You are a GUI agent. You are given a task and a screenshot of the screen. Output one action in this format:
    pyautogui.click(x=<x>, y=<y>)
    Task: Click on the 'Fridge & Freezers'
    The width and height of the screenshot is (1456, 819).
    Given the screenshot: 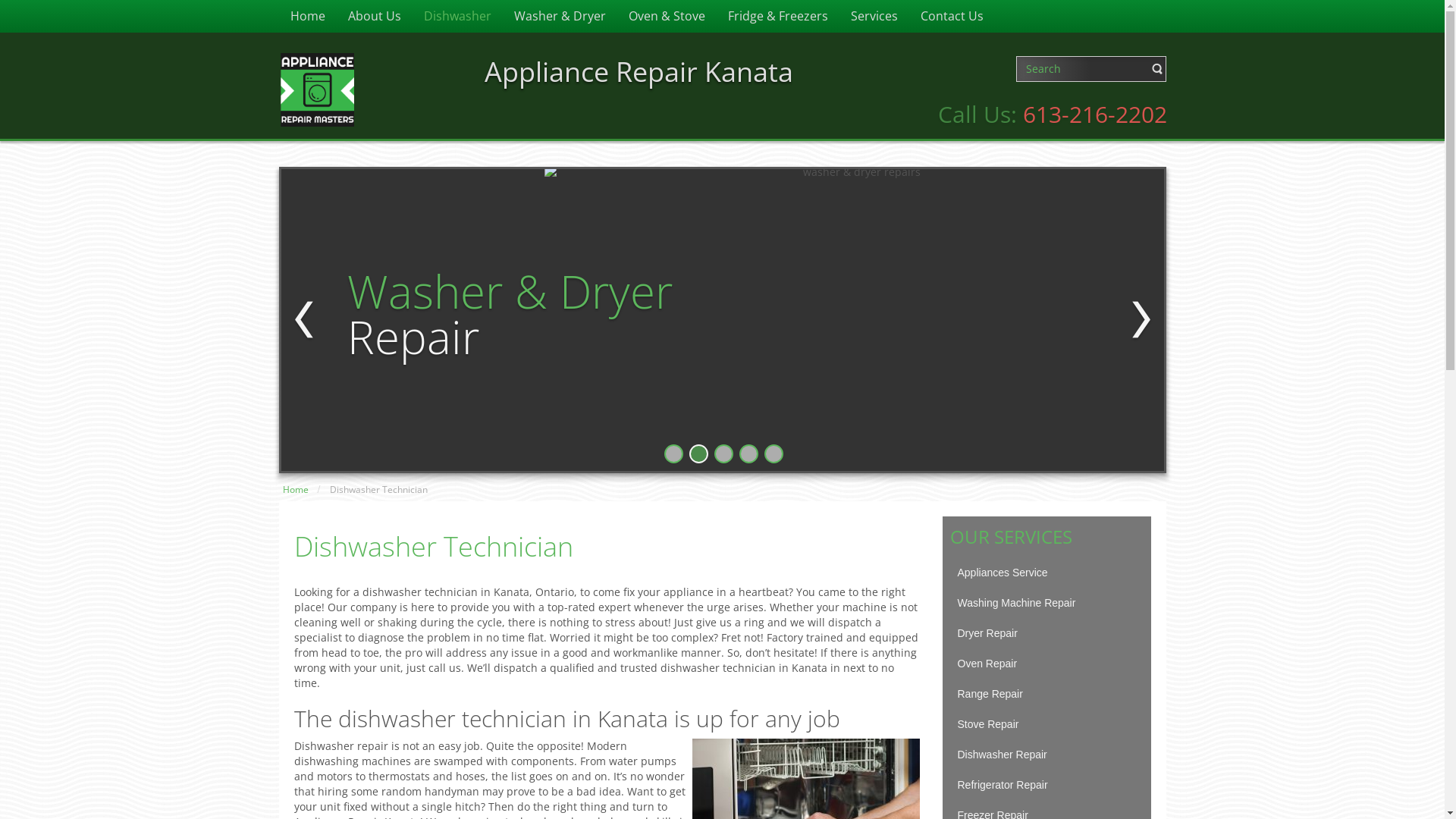 What is the action you would take?
    pyautogui.click(x=777, y=16)
    